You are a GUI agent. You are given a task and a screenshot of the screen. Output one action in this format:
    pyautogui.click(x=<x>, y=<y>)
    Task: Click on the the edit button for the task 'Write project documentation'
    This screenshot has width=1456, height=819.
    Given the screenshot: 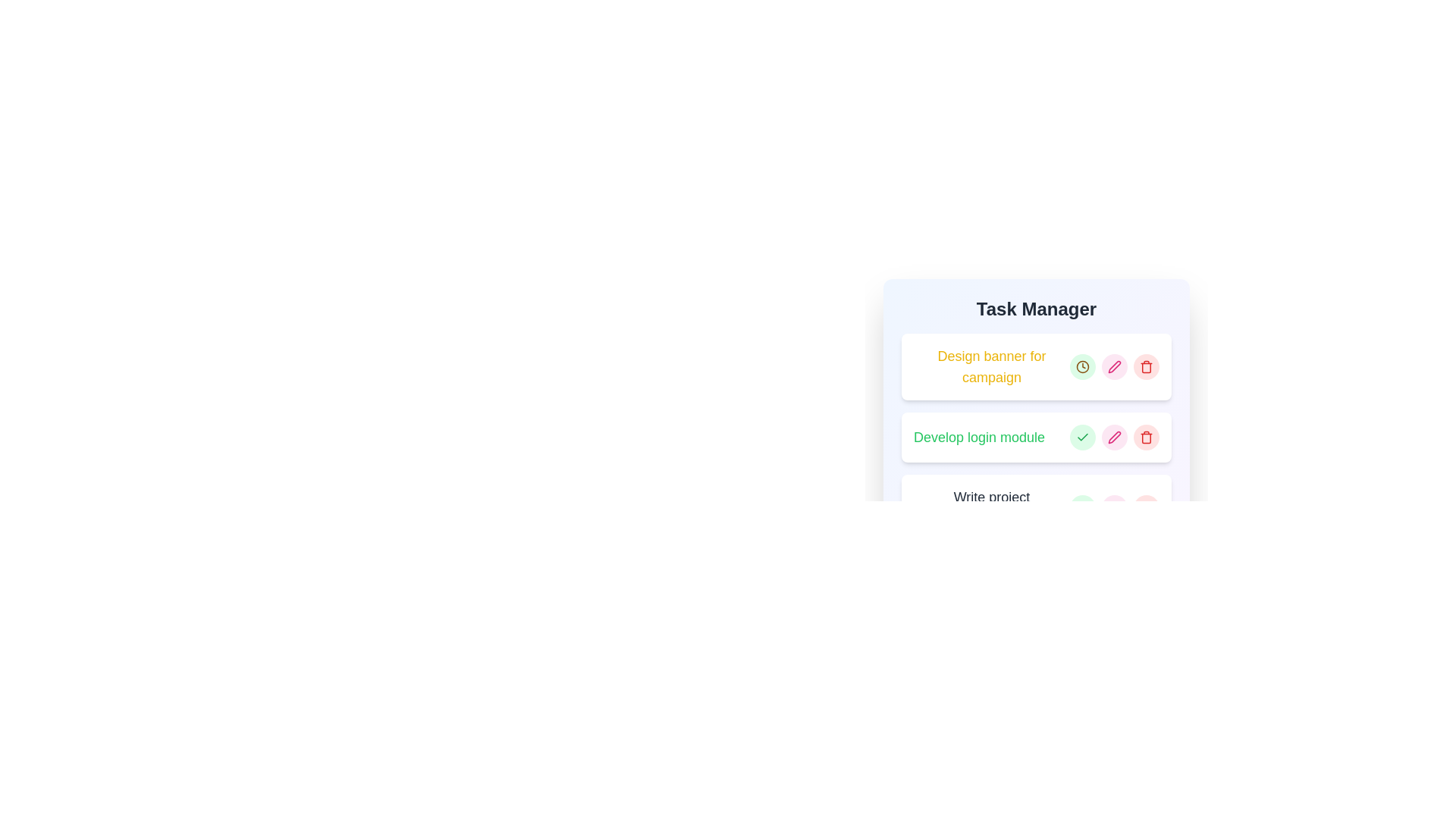 What is the action you would take?
    pyautogui.click(x=1114, y=508)
    